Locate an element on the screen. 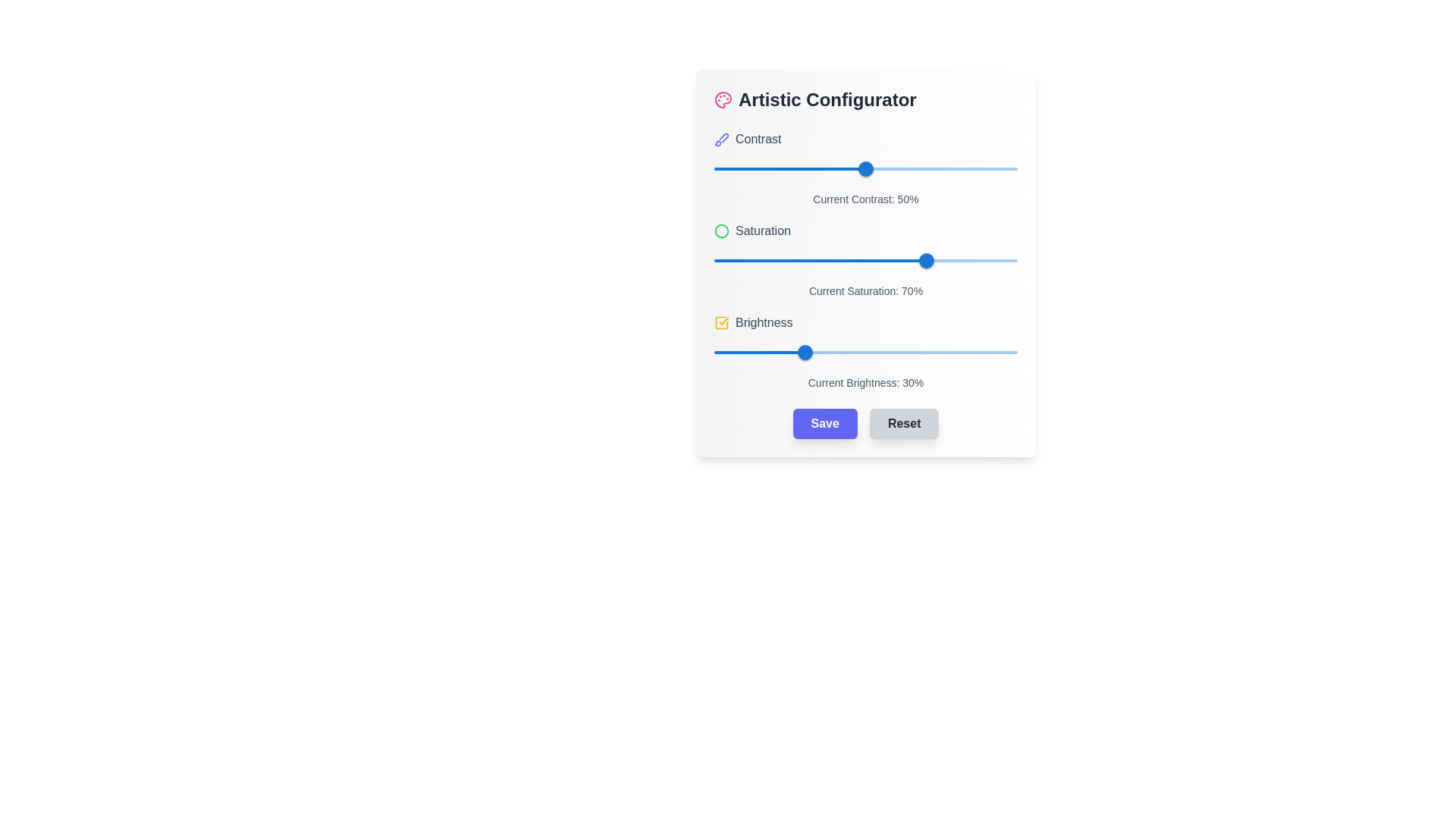 Image resolution: width=1456 pixels, height=819 pixels. static text label displaying 'Current Saturation: 70%' which is located directly beneath the saturation slider and is horizontally centered within the configuration interface is located at coordinates (866, 291).